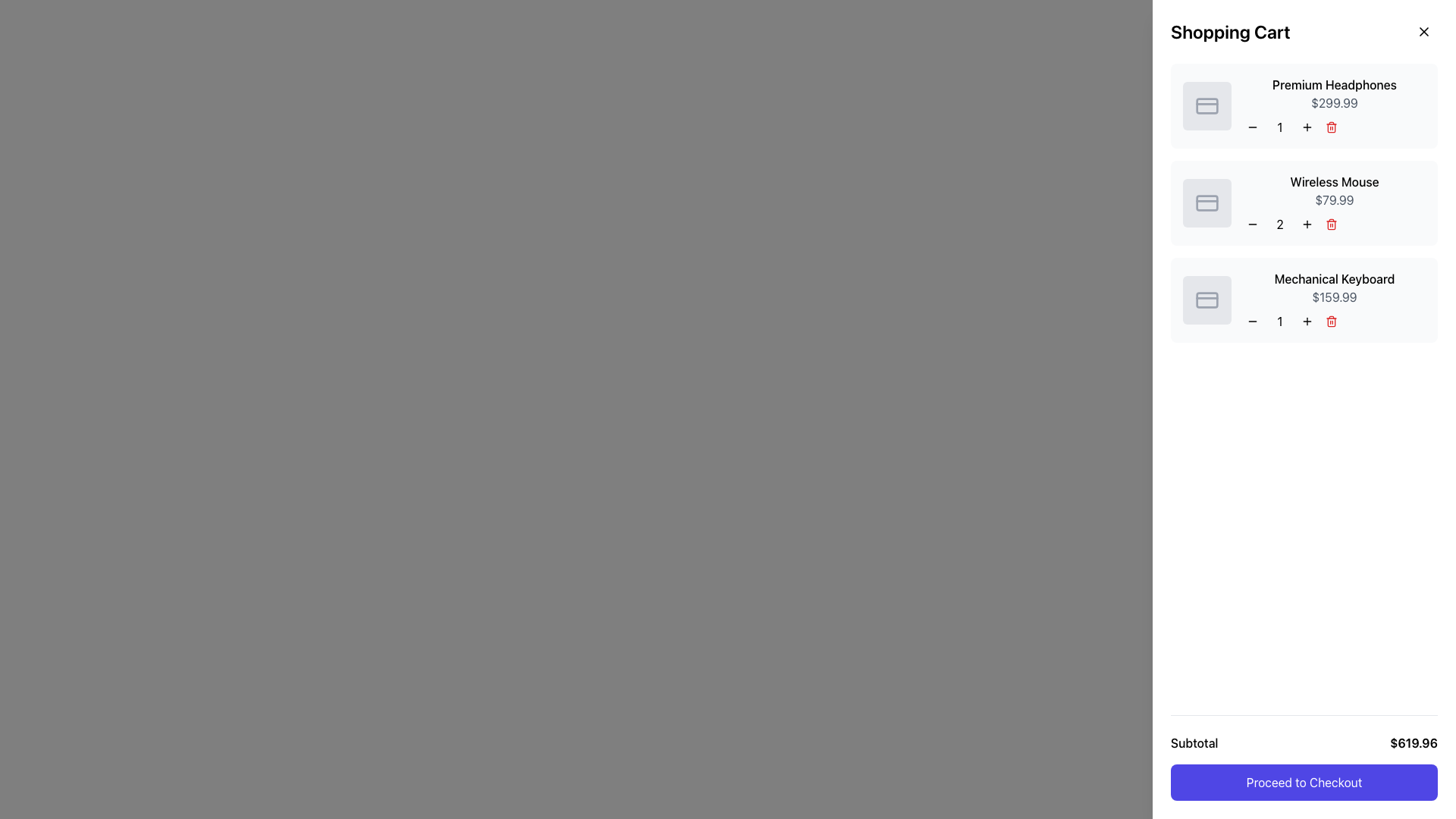 Image resolution: width=1456 pixels, height=819 pixels. I want to click on the 'Subtotal' text label located in the shopping cart summary section, which is positioned to the left of the '$619.96' value, so click(1194, 742).